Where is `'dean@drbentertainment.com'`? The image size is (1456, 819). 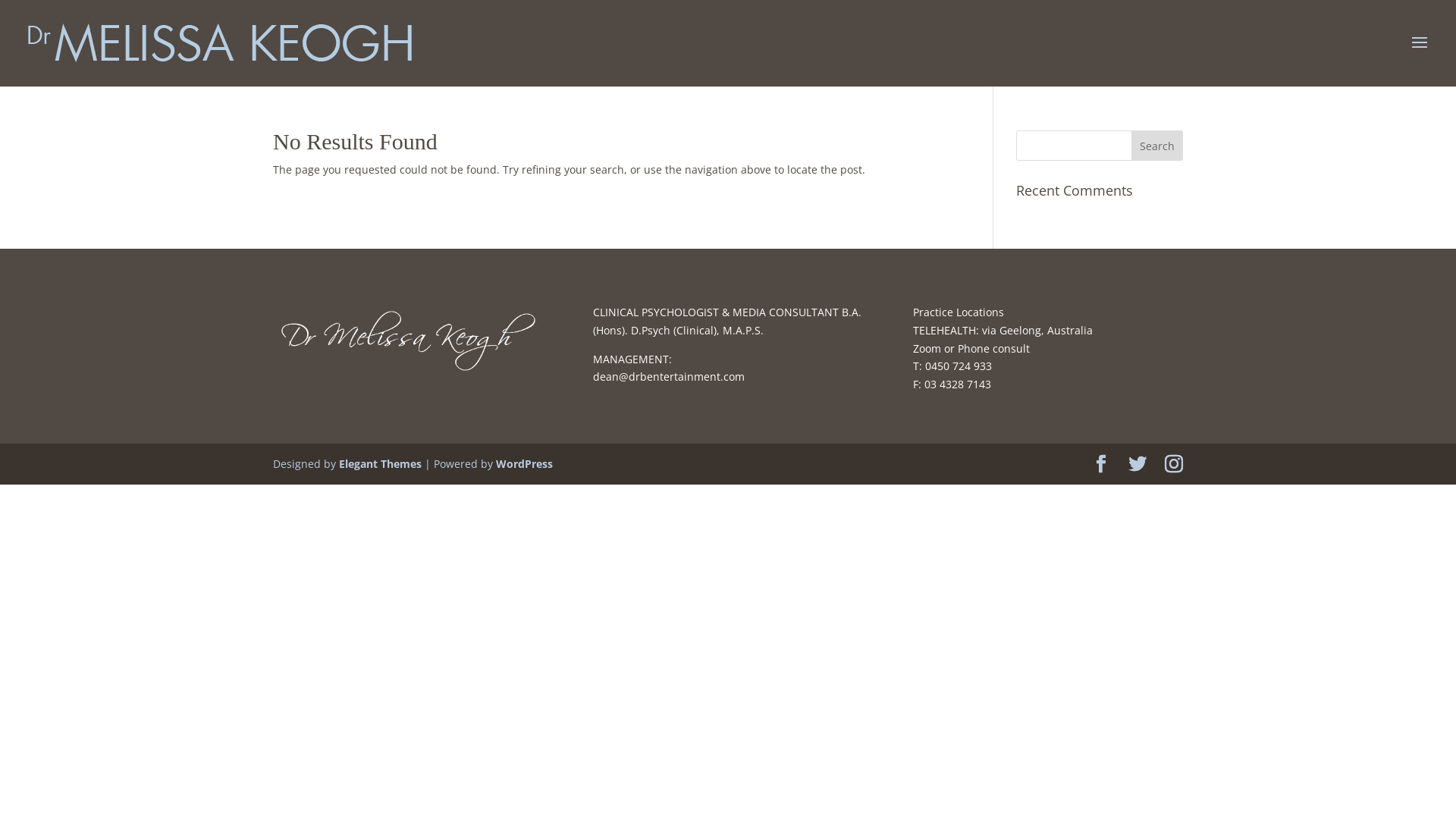 'dean@drbentertainment.com' is located at coordinates (592, 375).